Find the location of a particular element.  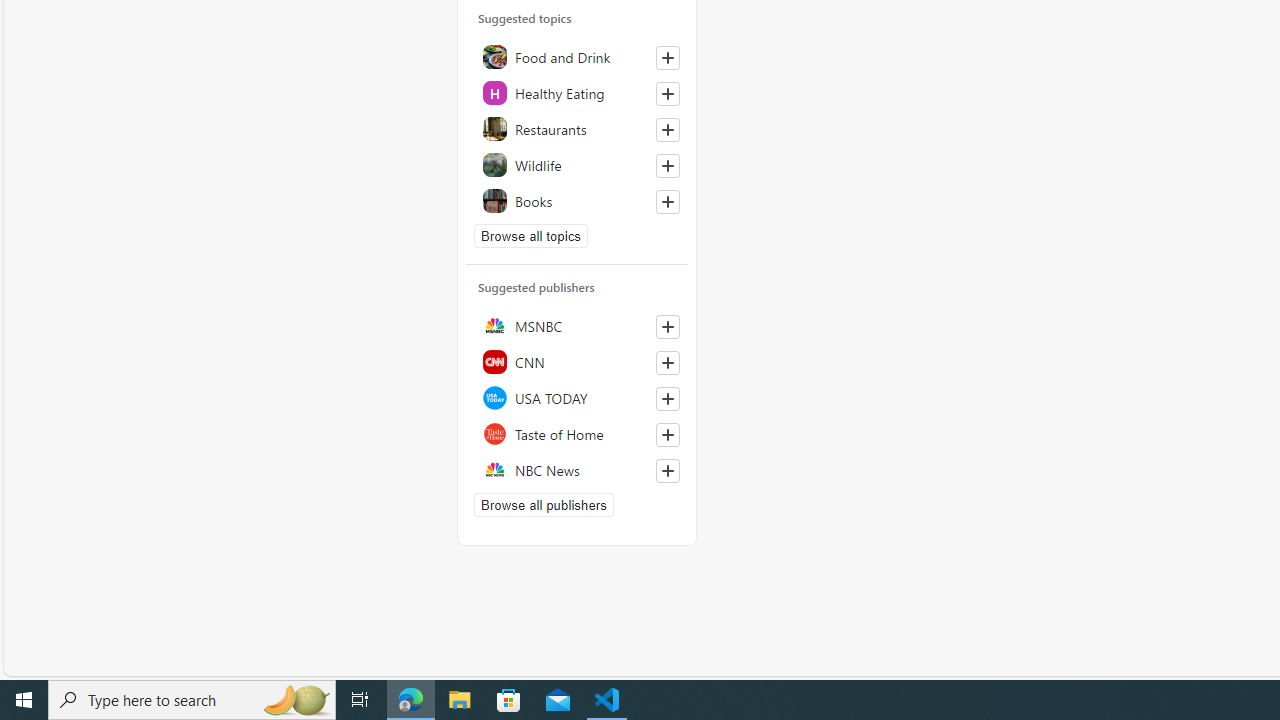

'Browse all publishers' is located at coordinates (544, 504).